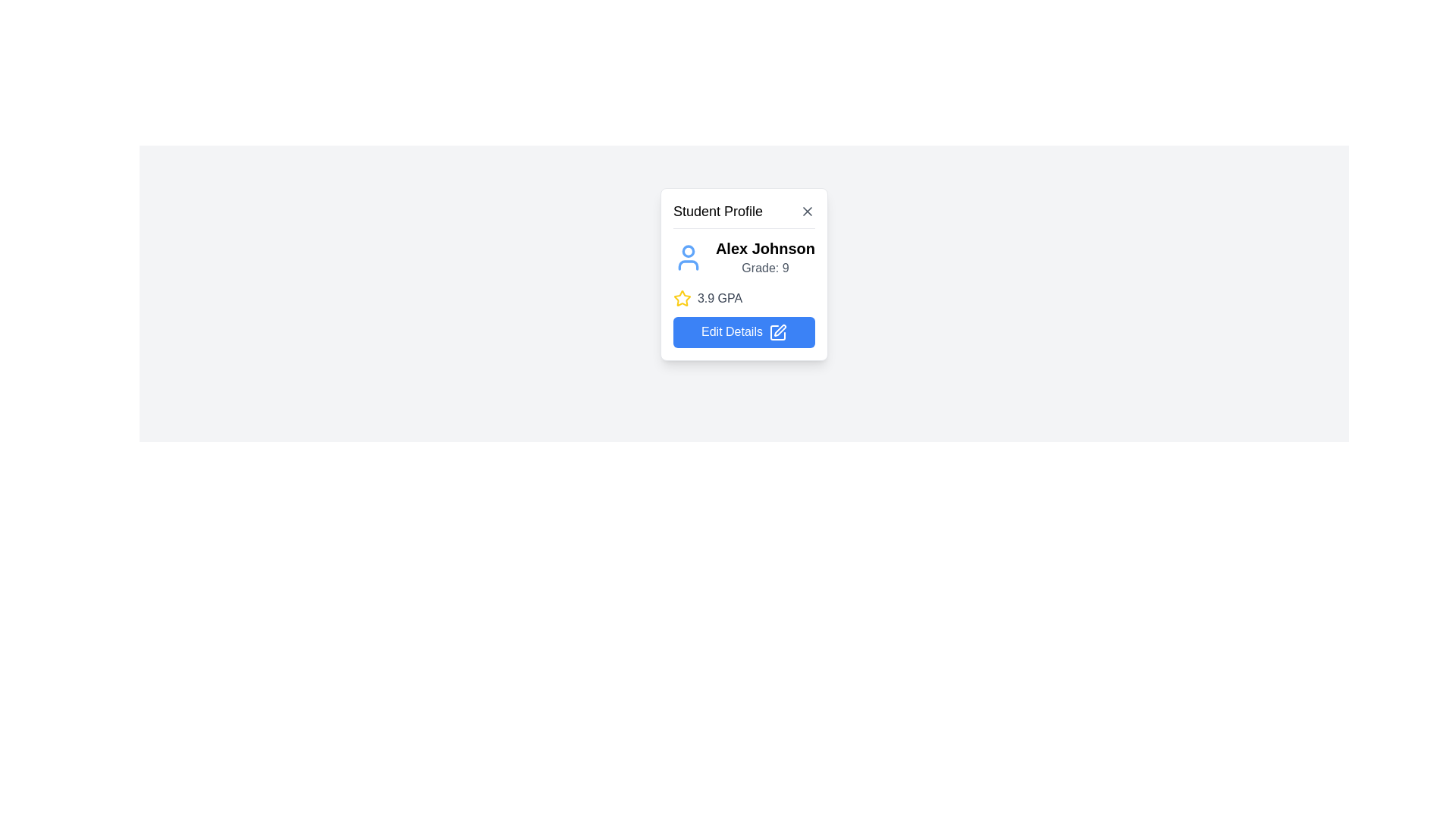 The height and width of the screenshot is (819, 1456). Describe the element at coordinates (744, 256) in the screenshot. I see `the text label displaying 'Alex Johnson' and 'Grade: 9' in the 'Student Profile' section, located beside a blue user profile icon` at that location.